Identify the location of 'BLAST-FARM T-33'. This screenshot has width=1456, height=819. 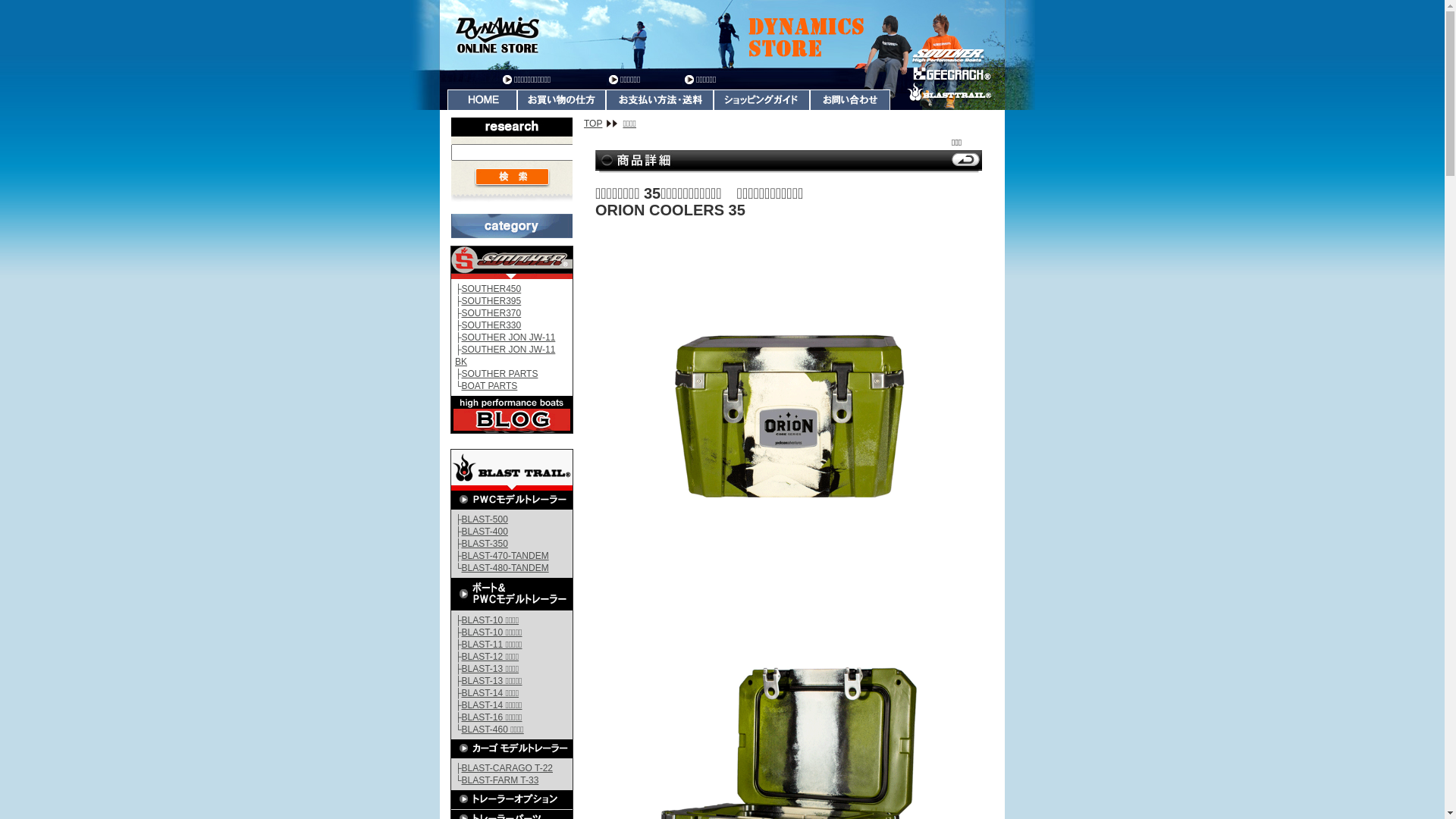
(500, 780).